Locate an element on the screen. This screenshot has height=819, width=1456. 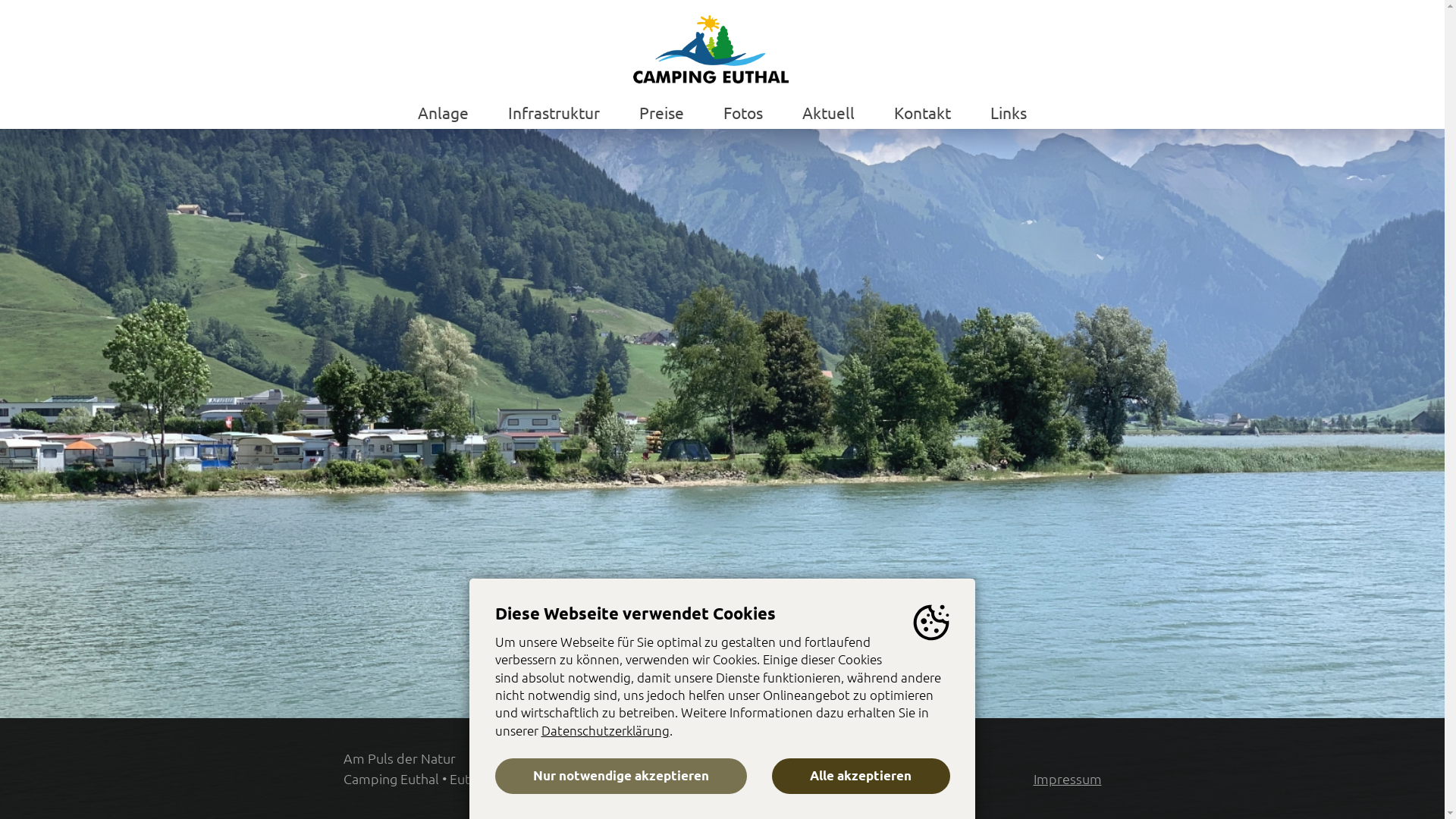
'Anlage' is located at coordinates (442, 111).